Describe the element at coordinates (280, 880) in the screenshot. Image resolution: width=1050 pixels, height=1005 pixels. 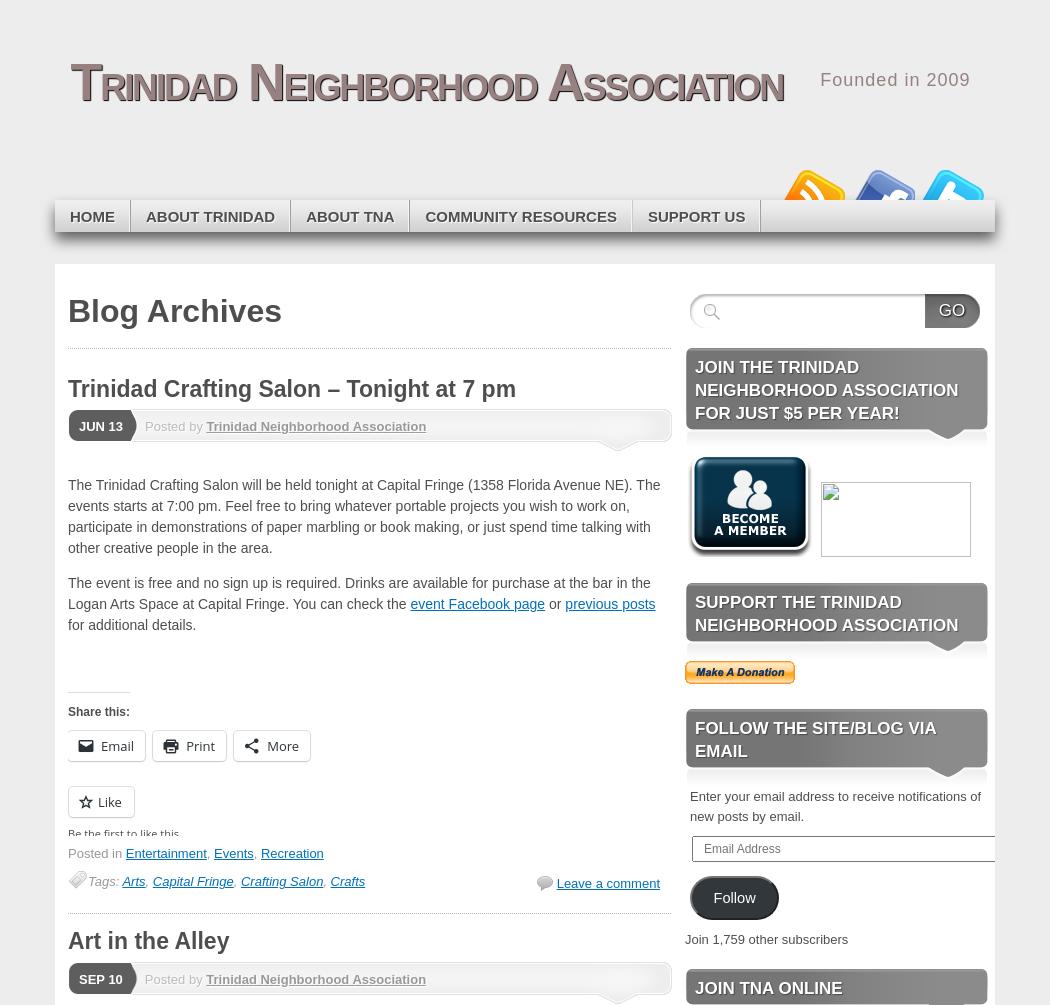
I see `'Crafting Salon'` at that location.